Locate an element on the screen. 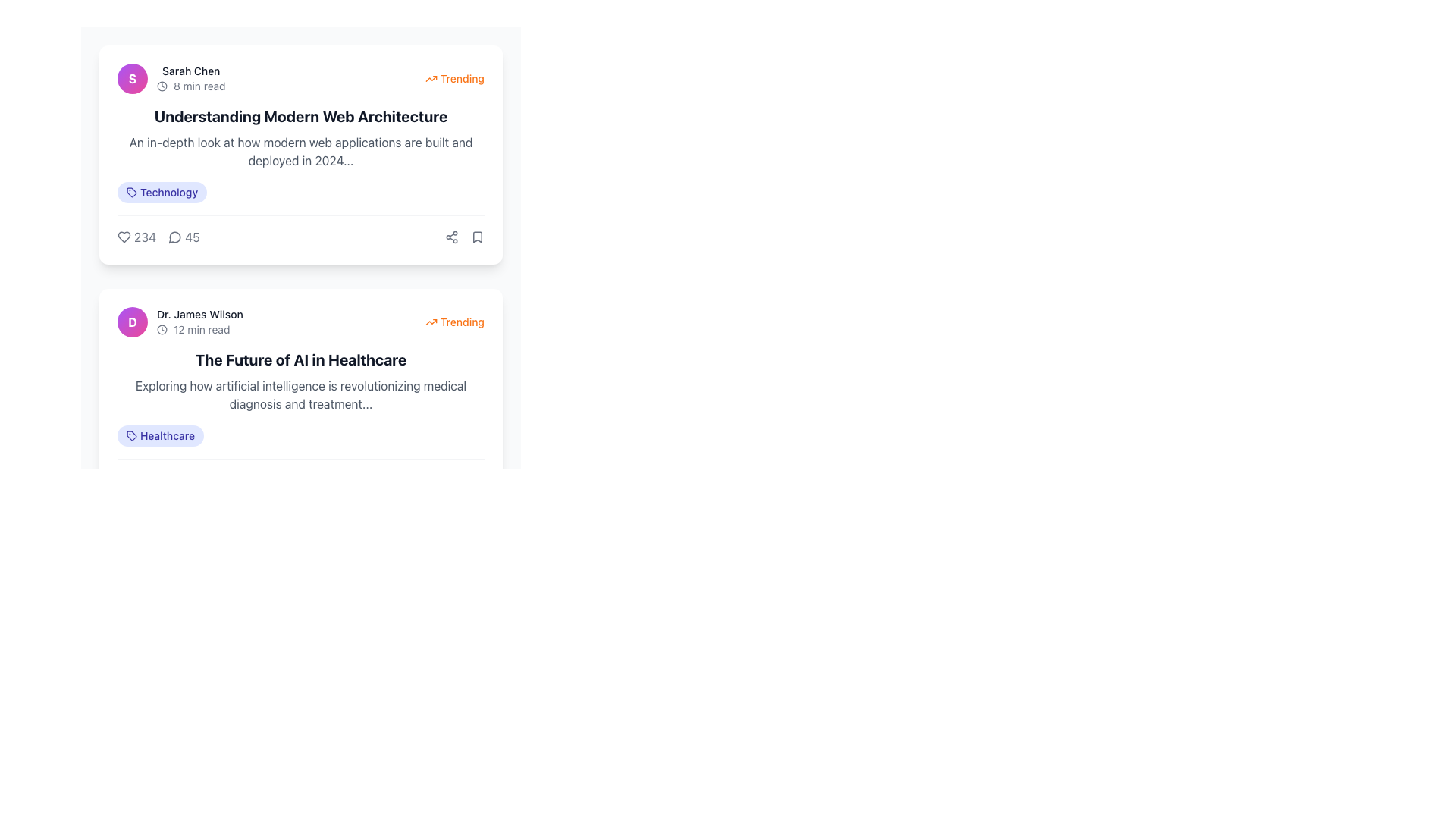 This screenshot has width=1456, height=819. the 'Trending' label in orange color with a bold font style, located in the upper-right corner of the card under the header 'The Future of AI in Healthcare', to understand the trend status is located at coordinates (461, 321).